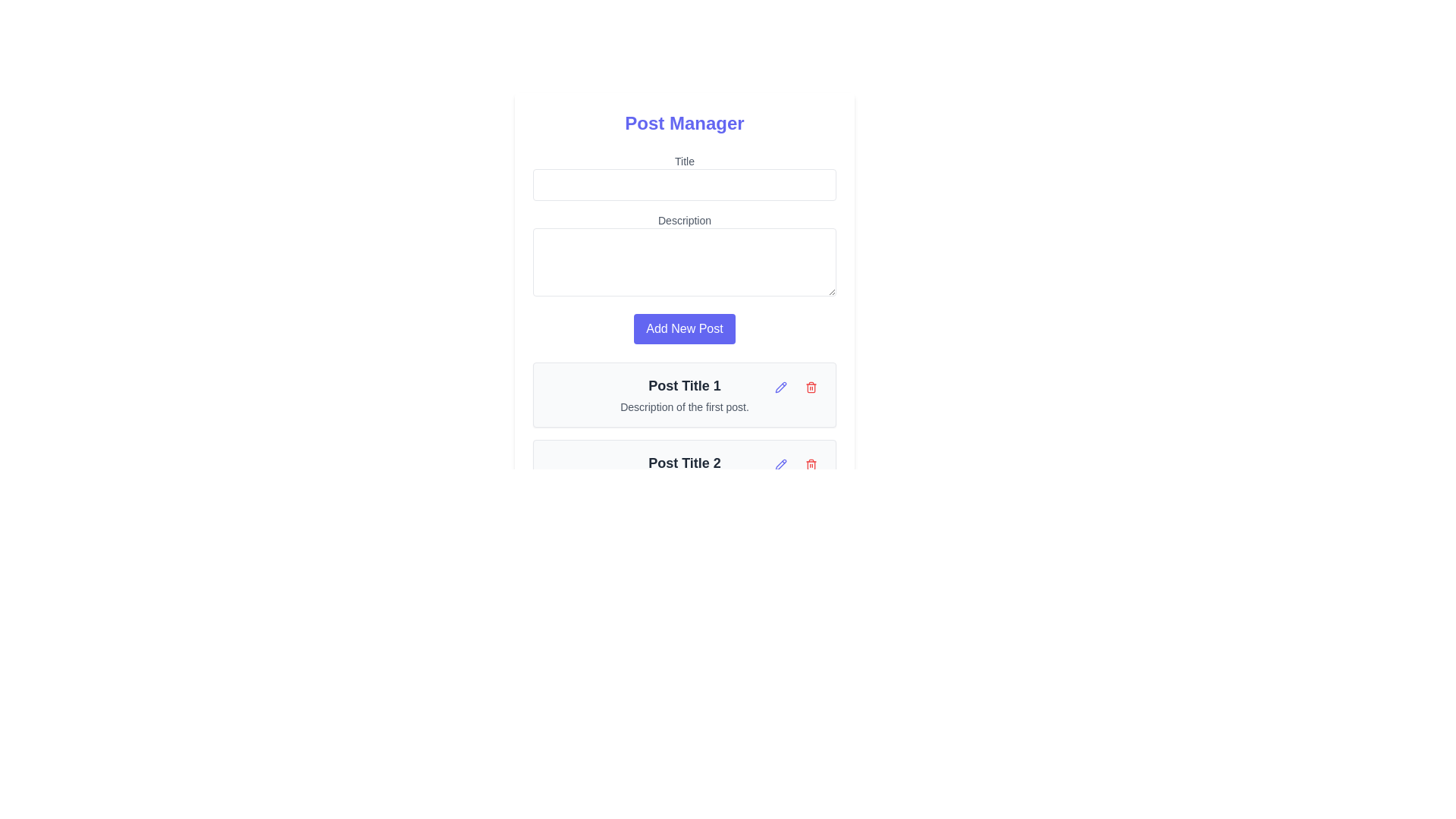 This screenshot has width=1456, height=819. I want to click on the title input field located, so click(683, 177).